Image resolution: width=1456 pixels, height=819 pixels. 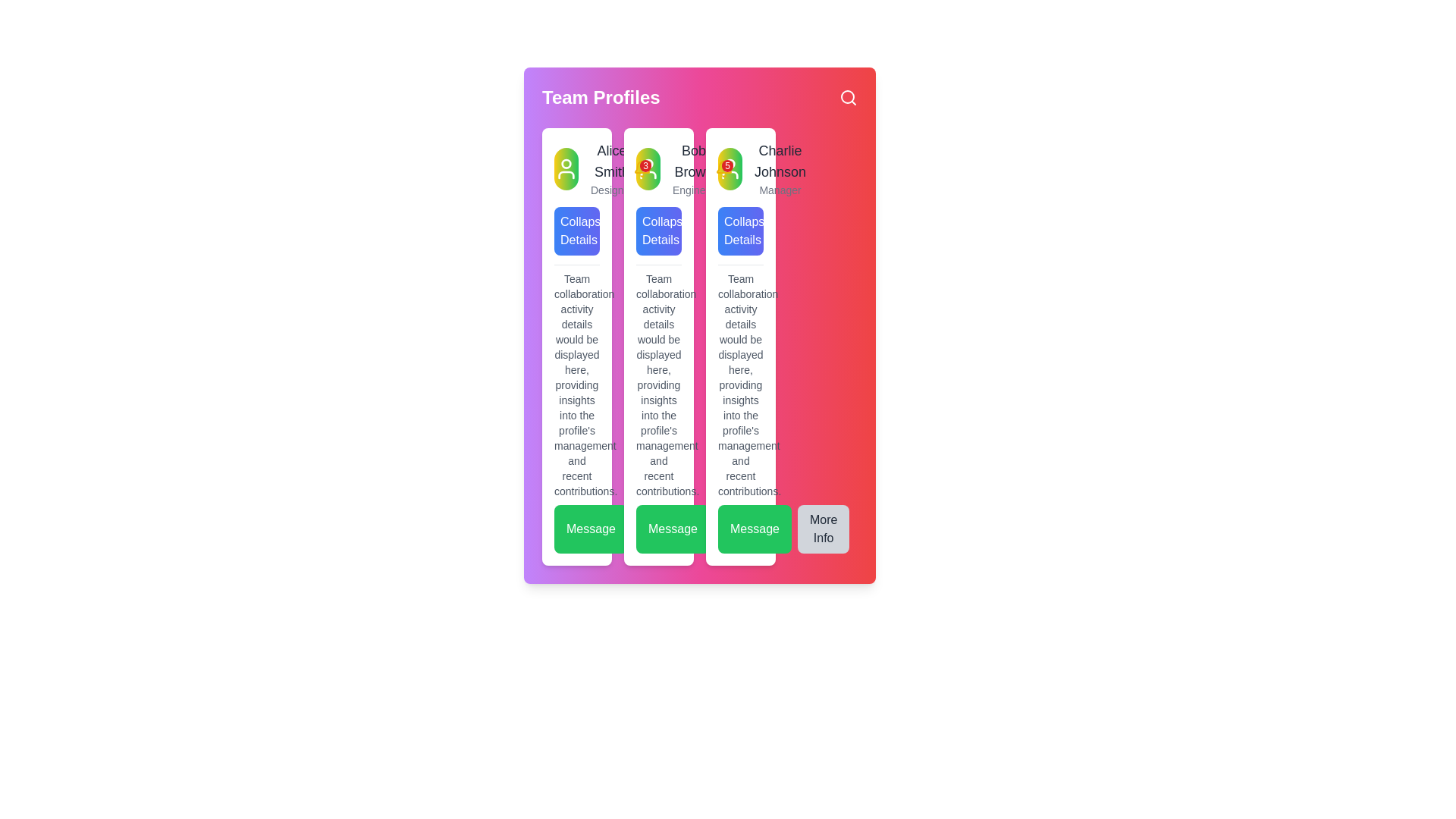 I want to click on the button located below the header 'Bob Brown' and above the team collaboration details to activate hover effects, so click(x=658, y=231).